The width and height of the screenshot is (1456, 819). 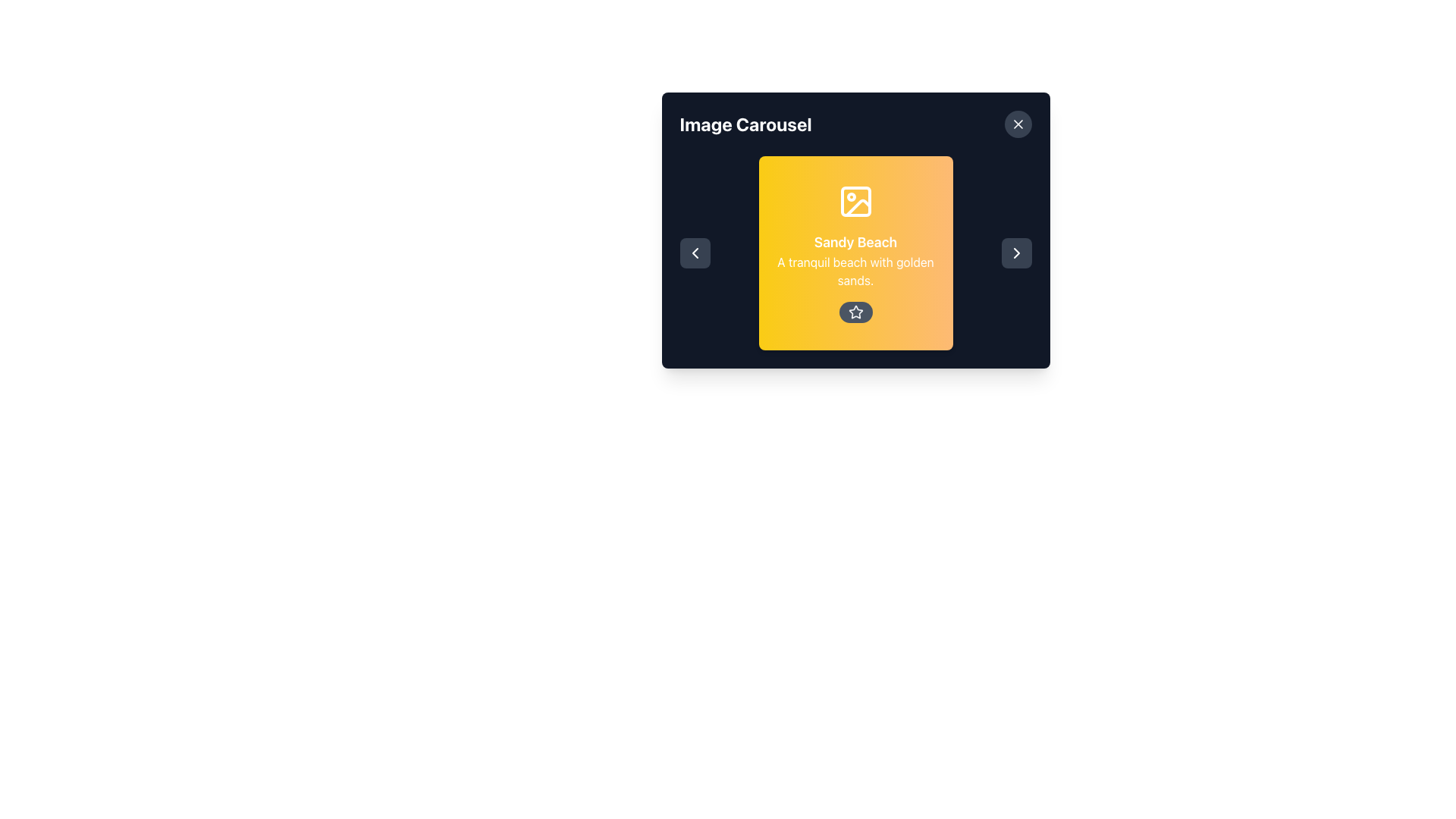 What do you see at coordinates (855, 231) in the screenshot?
I see `the gradient card in the interactive image carousel titled 'Image Carousel'` at bounding box center [855, 231].